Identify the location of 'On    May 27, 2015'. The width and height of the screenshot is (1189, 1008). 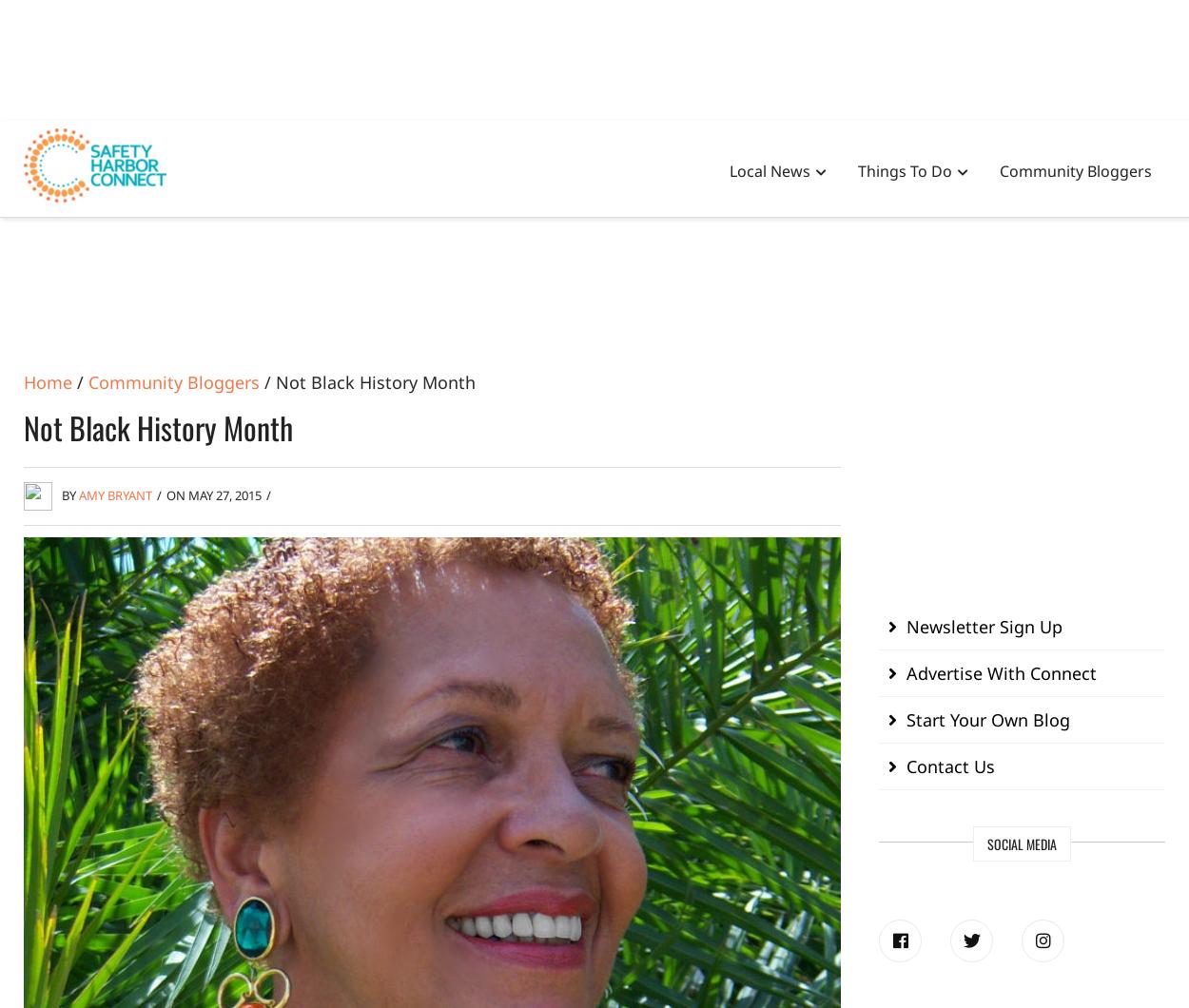
(213, 494).